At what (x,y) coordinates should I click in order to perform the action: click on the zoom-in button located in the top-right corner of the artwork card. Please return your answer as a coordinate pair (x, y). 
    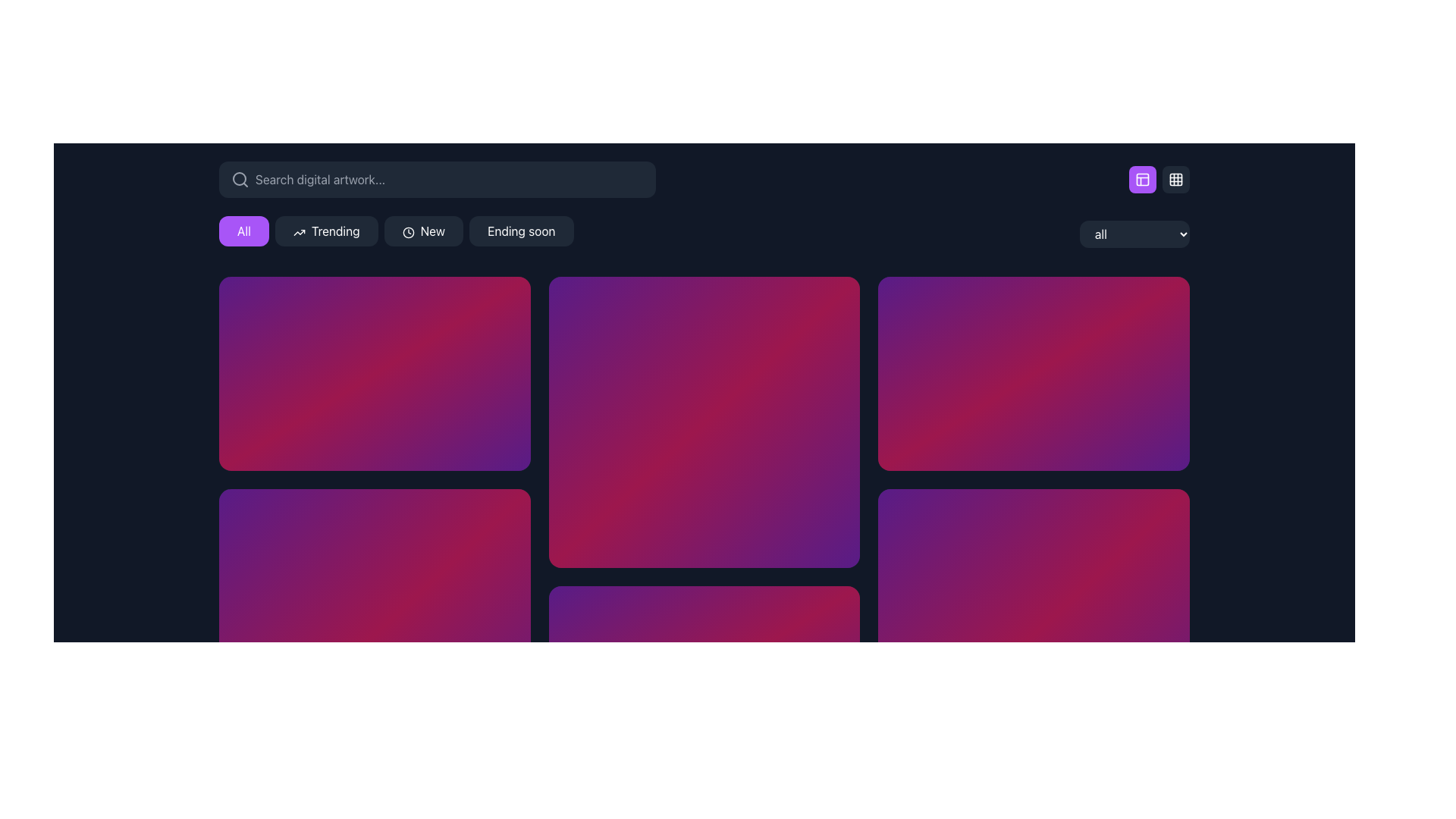
    Looking at the image, I should click on (488, 302).